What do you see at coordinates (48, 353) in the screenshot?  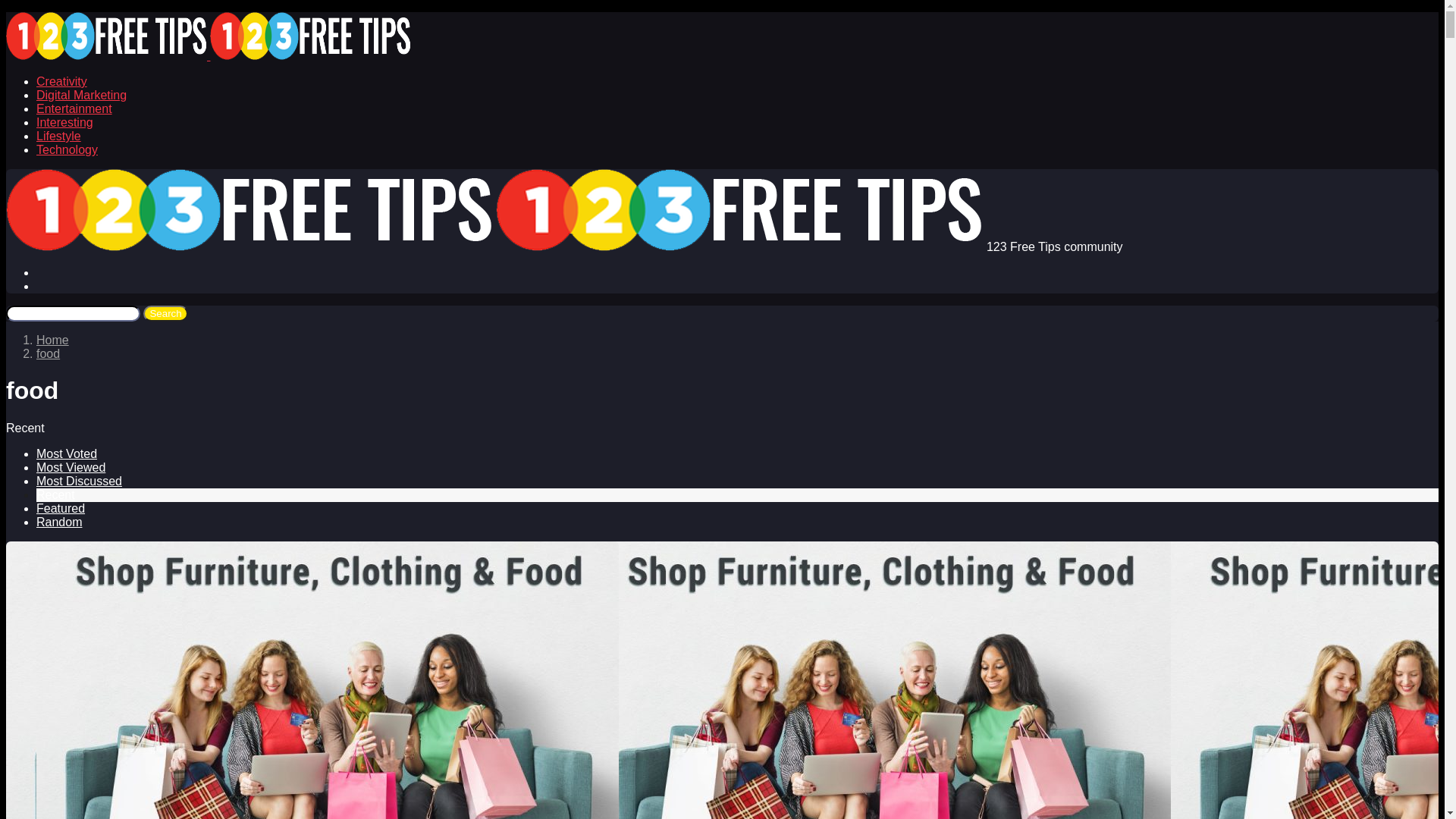 I see `'food'` at bounding box center [48, 353].